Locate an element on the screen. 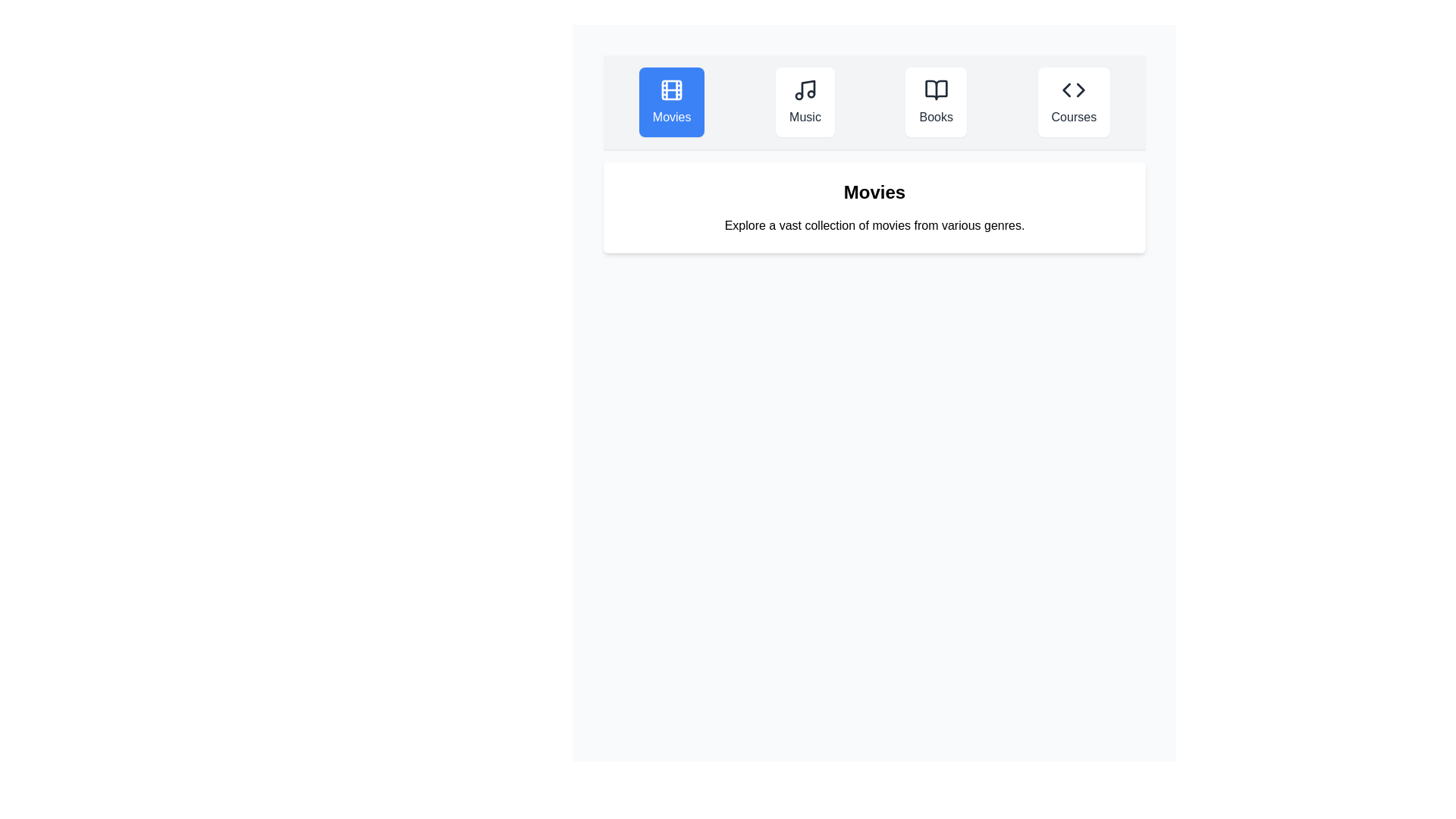  the Books tab to activate it is located at coordinates (935, 102).